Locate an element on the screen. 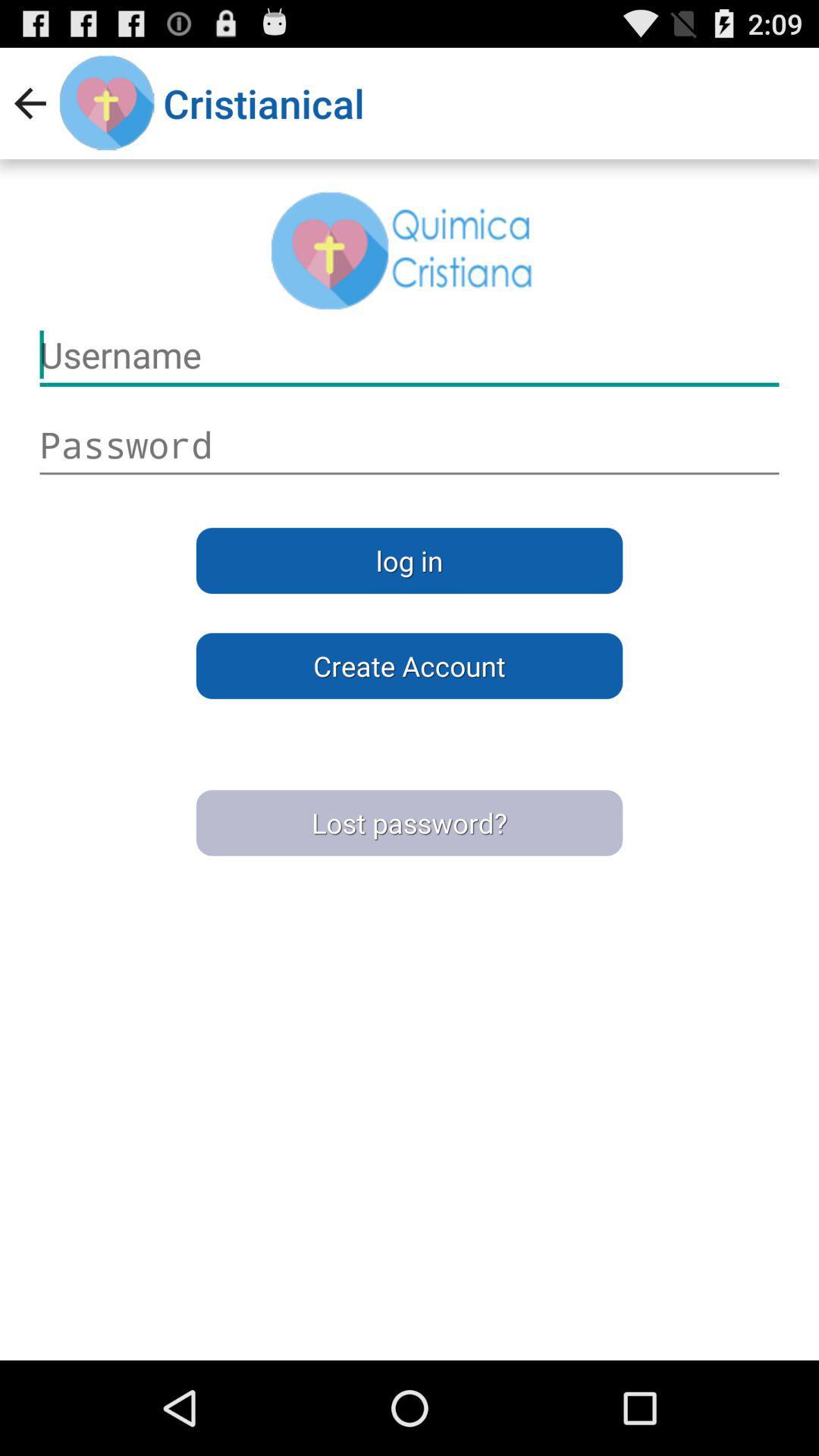 This screenshot has height=1456, width=819. item below log in item is located at coordinates (409, 666).